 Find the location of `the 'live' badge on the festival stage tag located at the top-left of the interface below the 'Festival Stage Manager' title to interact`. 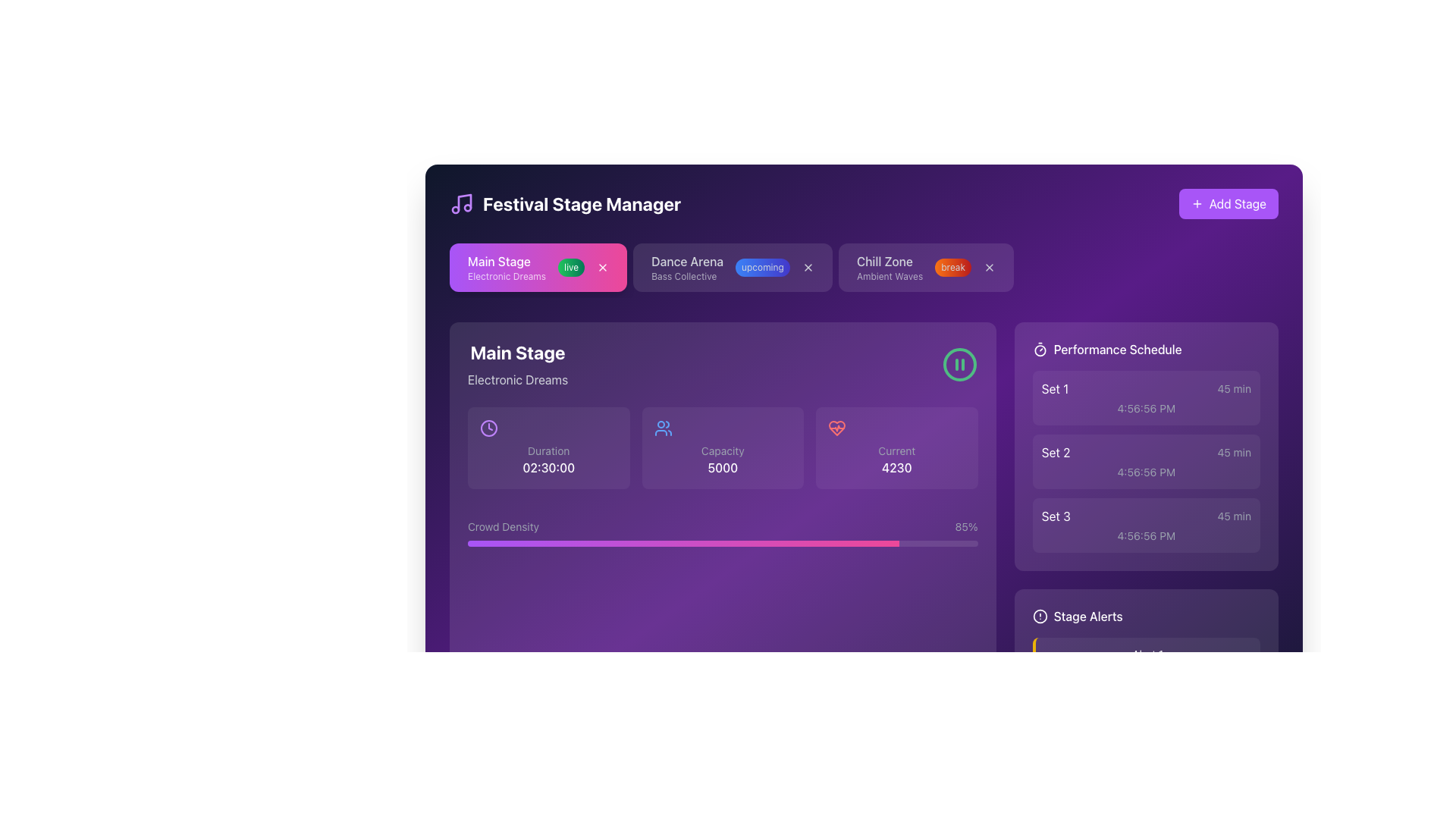

the 'live' badge on the festival stage tag located at the top-left of the interface below the 'Festival Stage Manager' title to interact is located at coordinates (538, 267).